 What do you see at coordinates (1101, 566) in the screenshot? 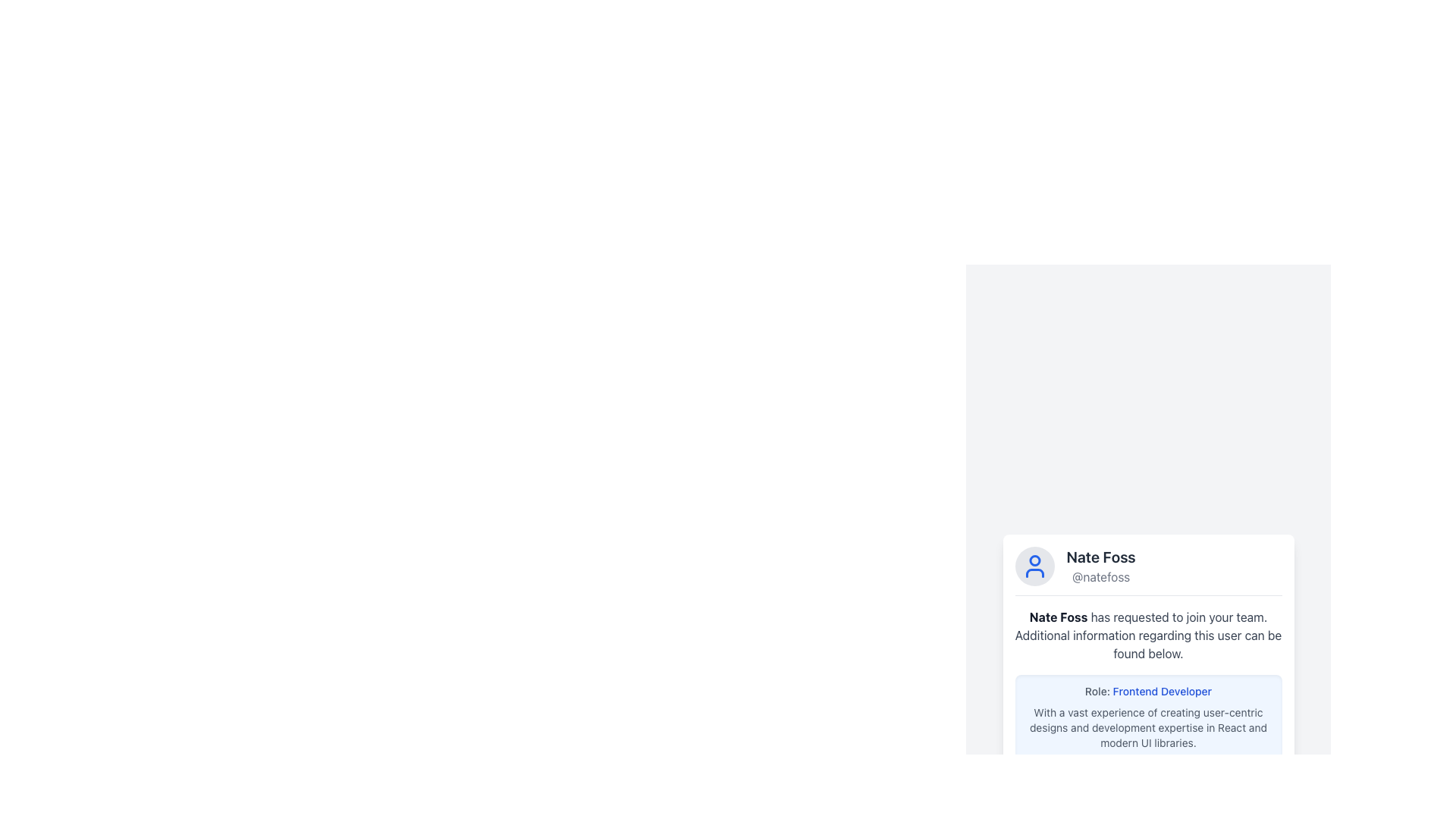
I see `text displayed in the profile name and username section located in the lower right card layout of the interface, to the right of an icon` at bounding box center [1101, 566].